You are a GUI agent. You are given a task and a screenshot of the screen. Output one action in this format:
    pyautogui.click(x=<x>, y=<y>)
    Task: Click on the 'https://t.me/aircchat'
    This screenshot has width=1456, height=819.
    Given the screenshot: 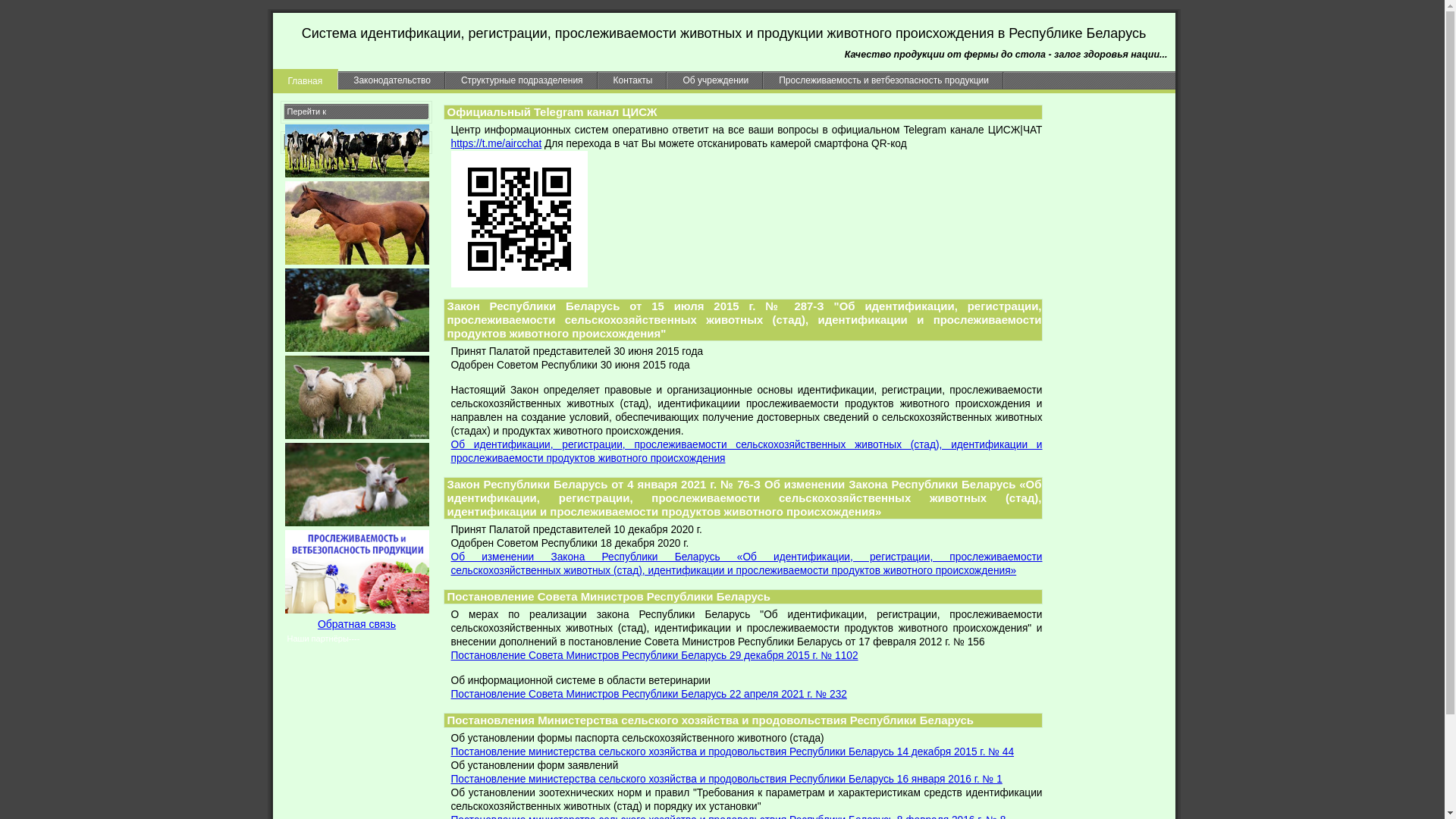 What is the action you would take?
    pyautogui.click(x=450, y=143)
    